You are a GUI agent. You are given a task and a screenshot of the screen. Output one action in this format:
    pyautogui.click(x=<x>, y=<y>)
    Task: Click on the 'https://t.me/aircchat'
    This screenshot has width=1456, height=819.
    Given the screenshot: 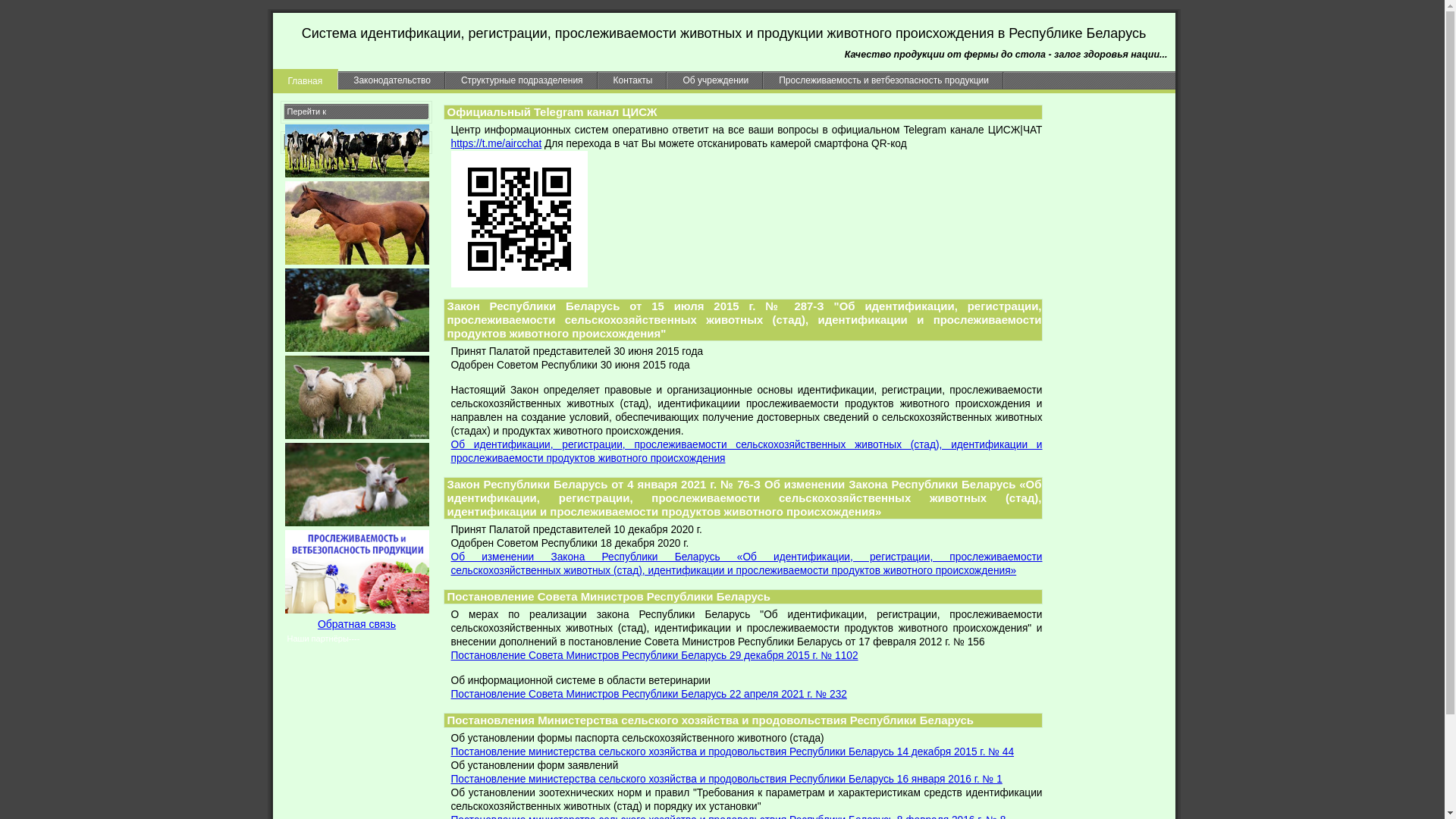 What is the action you would take?
    pyautogui.click(x=450, y=143)
    